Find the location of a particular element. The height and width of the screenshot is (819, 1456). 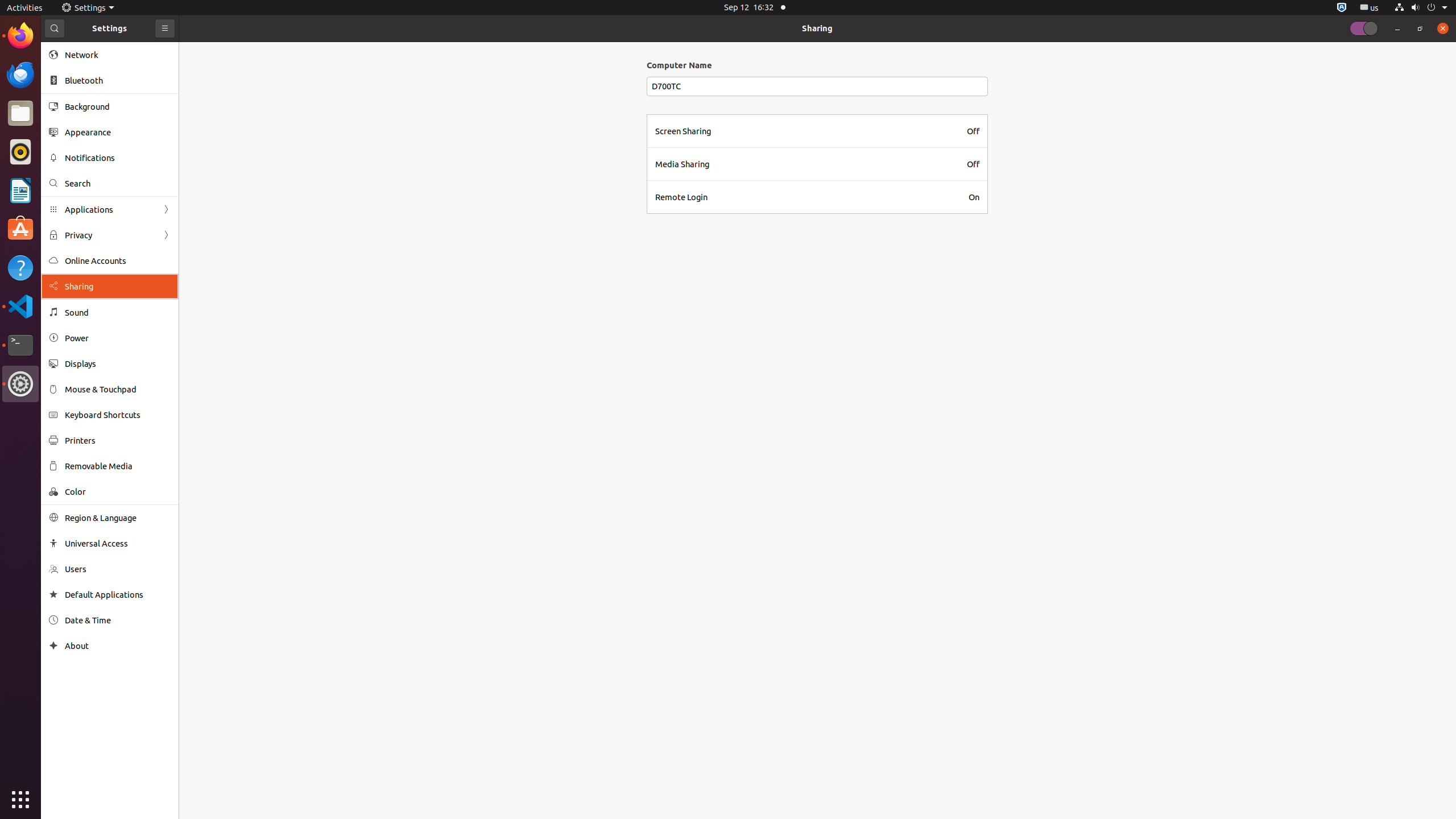

'Displays' is located at coordinates (118, 363).